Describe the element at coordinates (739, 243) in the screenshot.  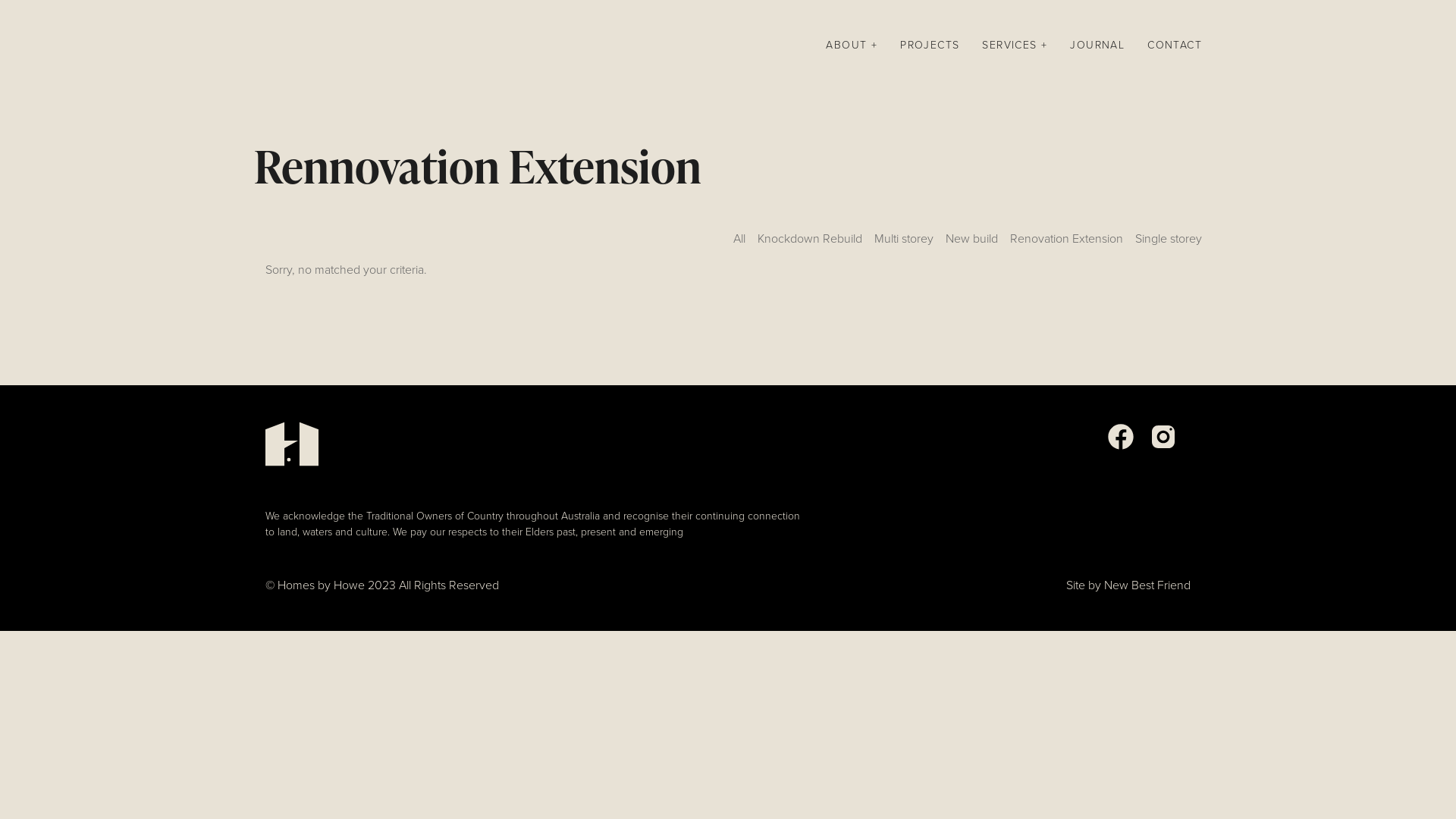
I see `'All'` at that location.